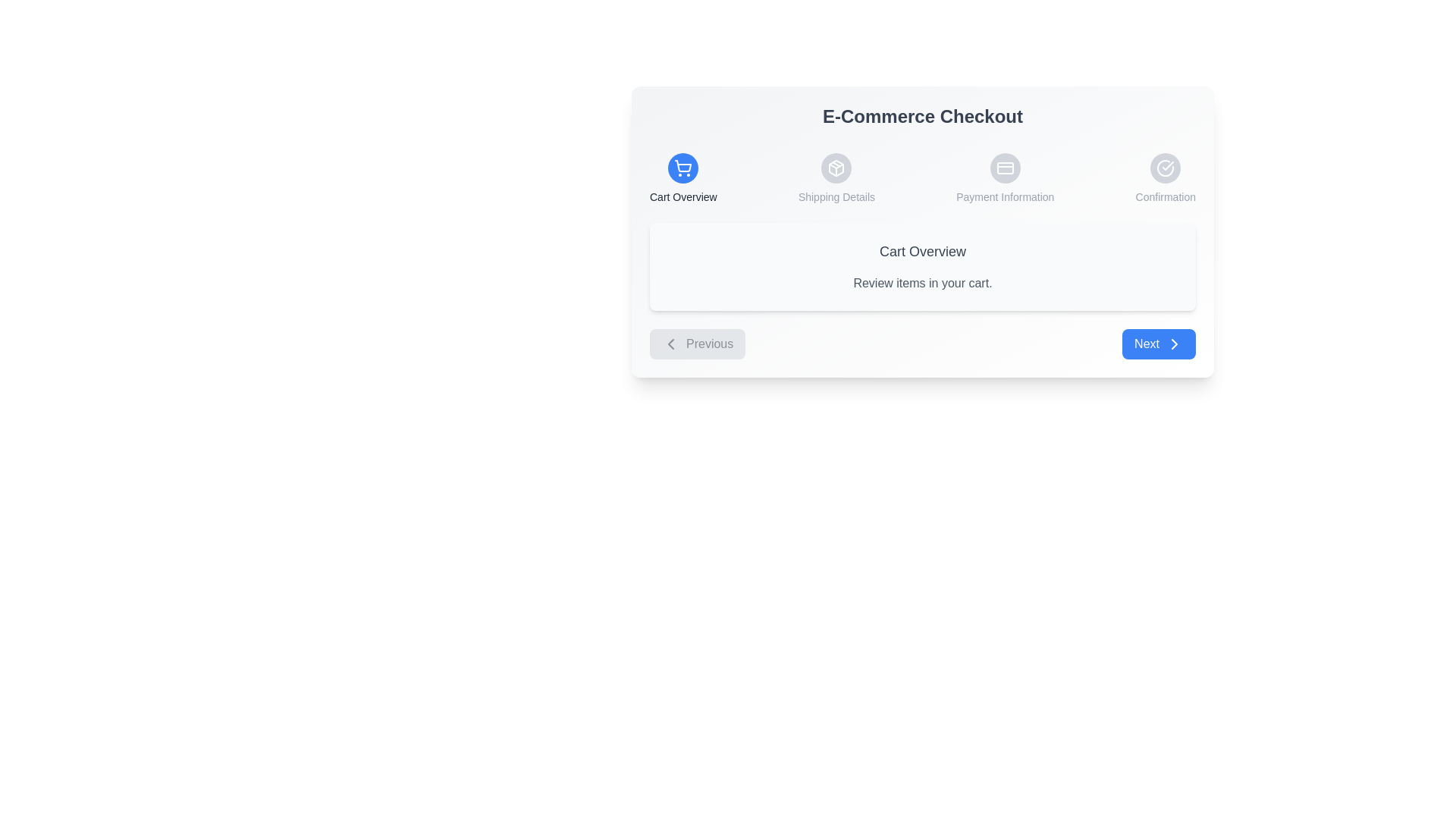  Describe the element at coordinates (836, 177) in the screenshot. I see `the 'Shipping Details' step indicator icon` at that location.